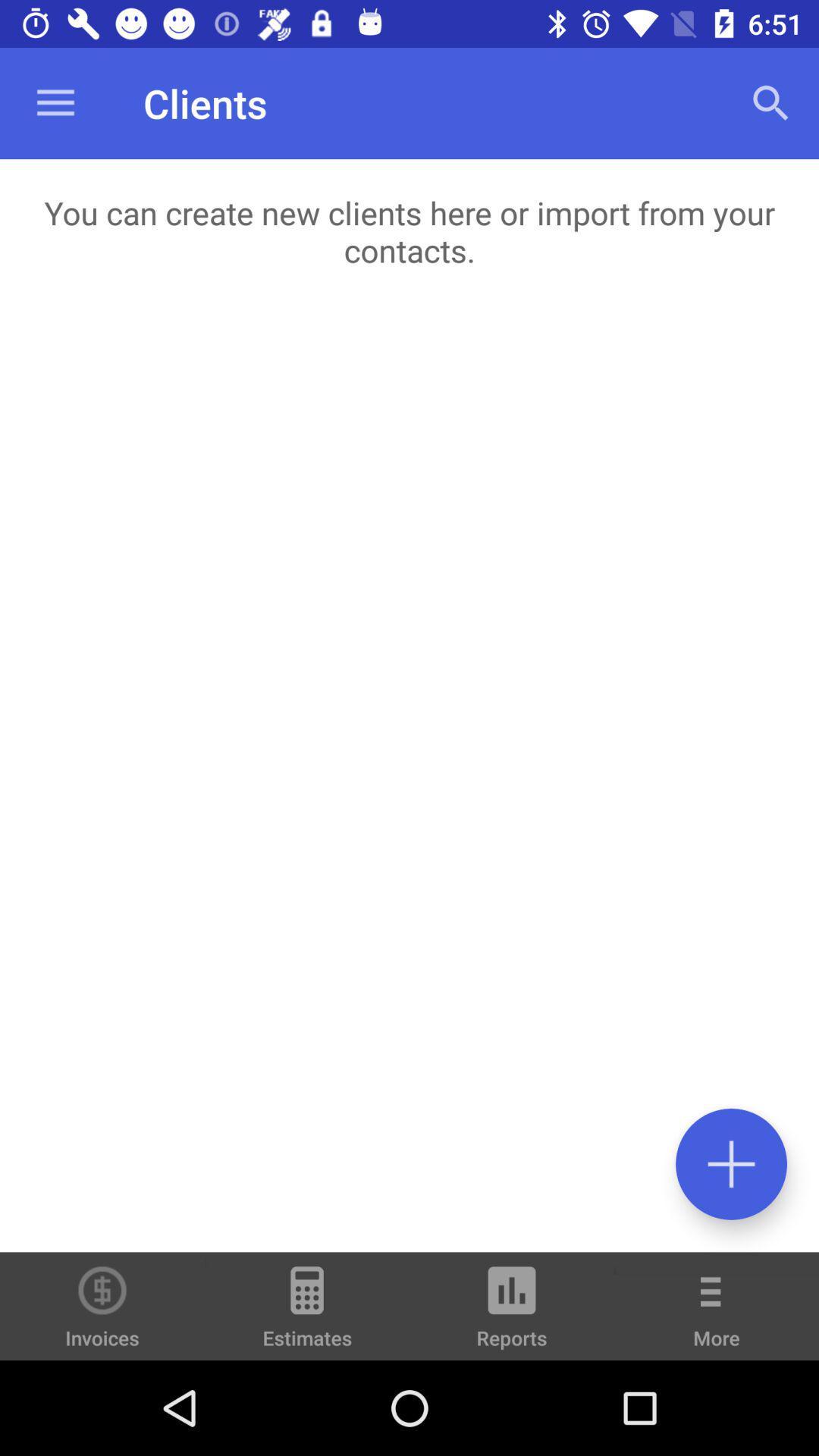  What do you see at coordinates (512, 1313) in the screenshot?
I see `the reports icon` at bounding box center [512, 1313].